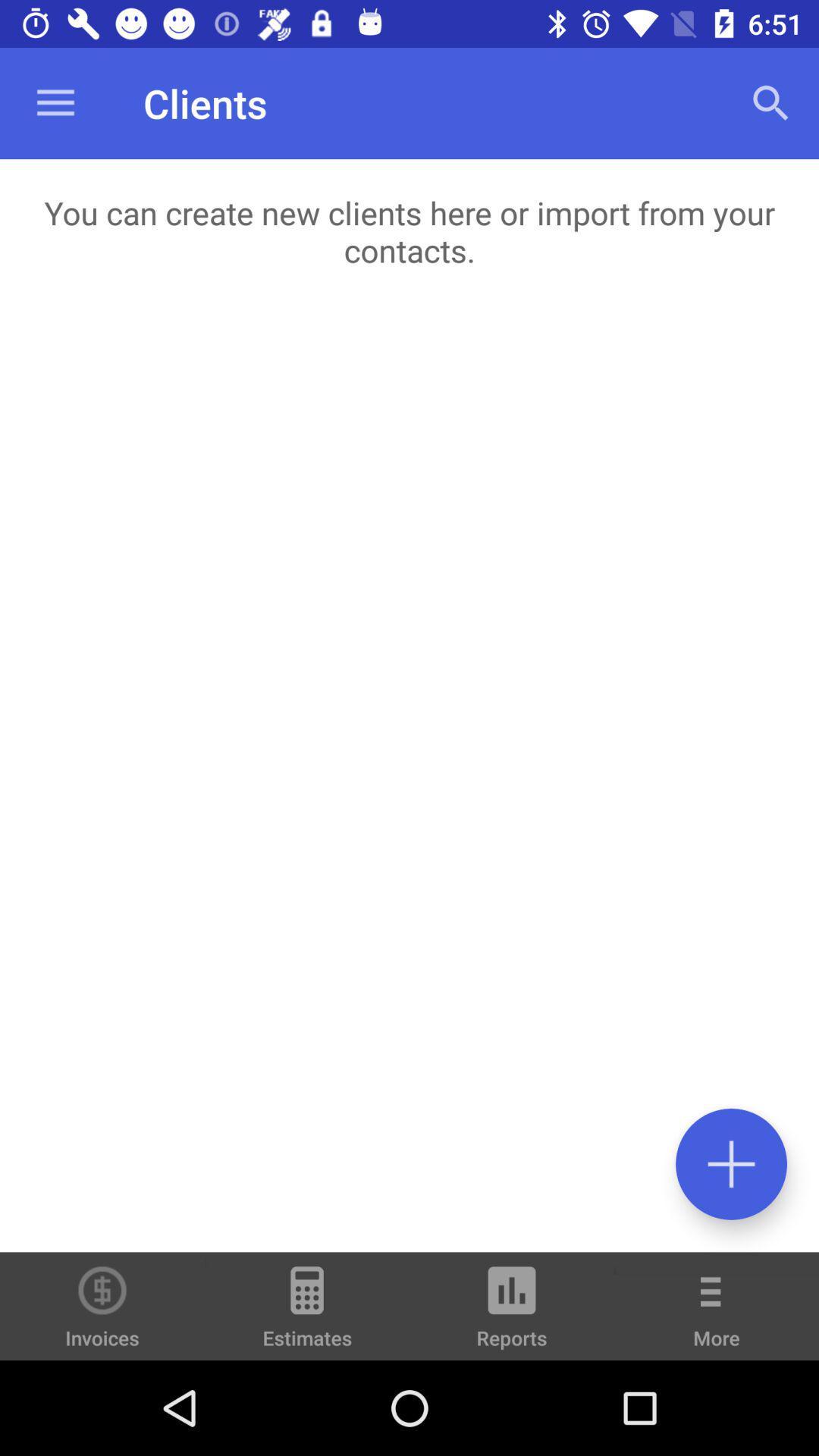  What do you see at coordinates (512, 1313) in the screenshot?
I see `the reports icon` at bounding box center [512, 1313].